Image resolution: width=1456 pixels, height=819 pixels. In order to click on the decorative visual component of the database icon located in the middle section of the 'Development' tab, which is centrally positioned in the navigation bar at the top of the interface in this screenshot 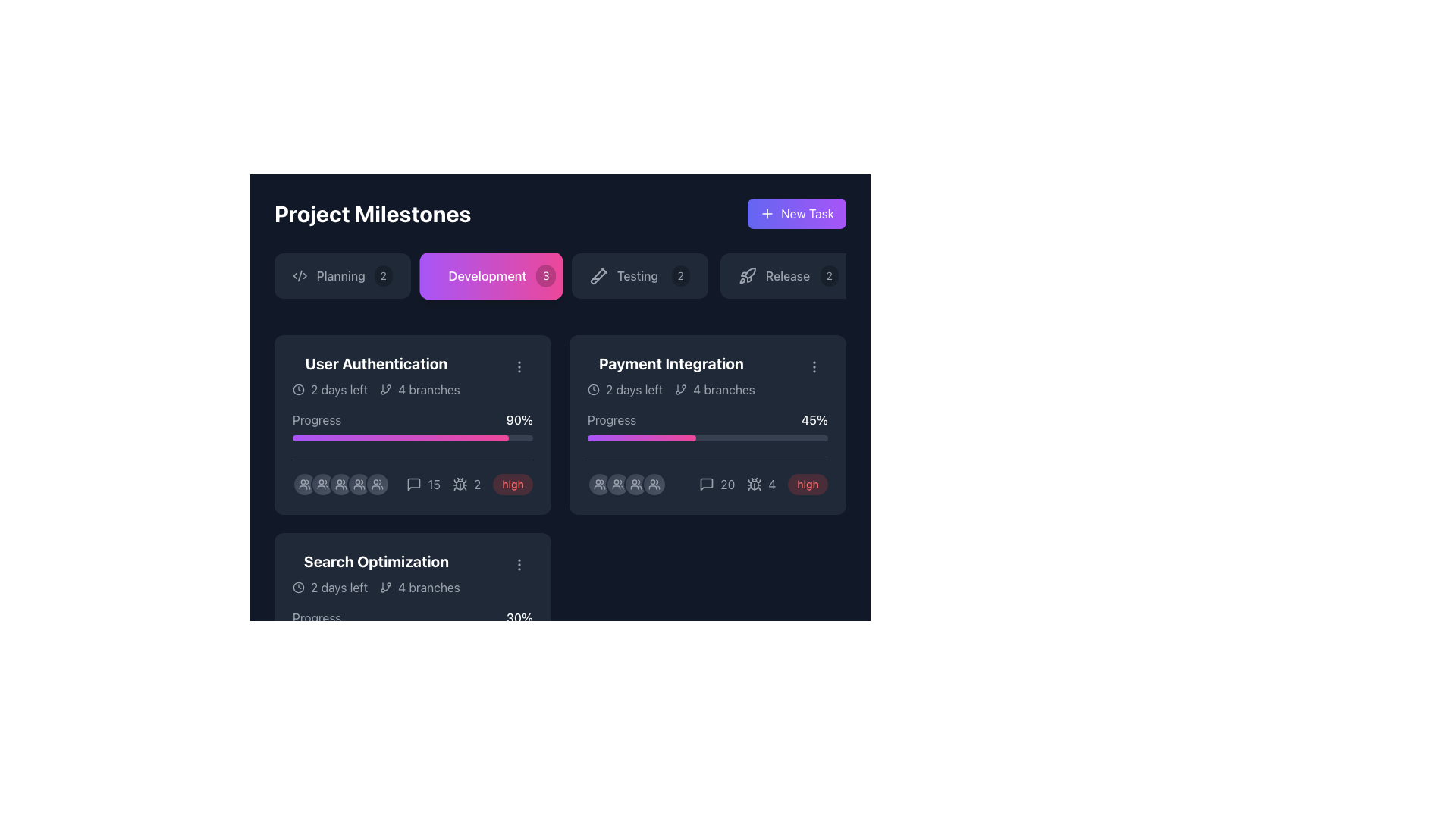, I will do `click(447, 277)`.